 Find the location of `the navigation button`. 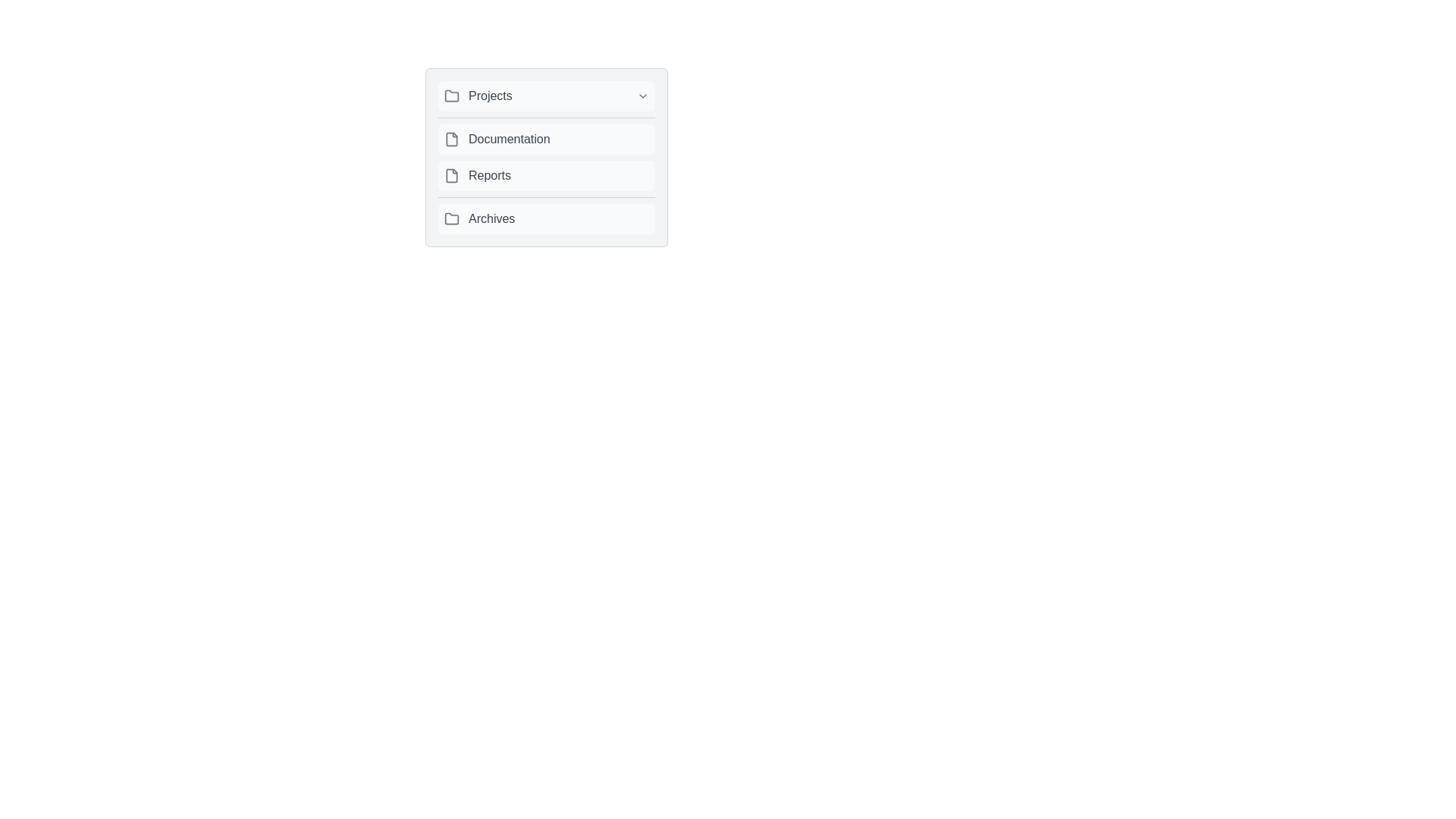

the navigation button is located at coordinates (546, 219).